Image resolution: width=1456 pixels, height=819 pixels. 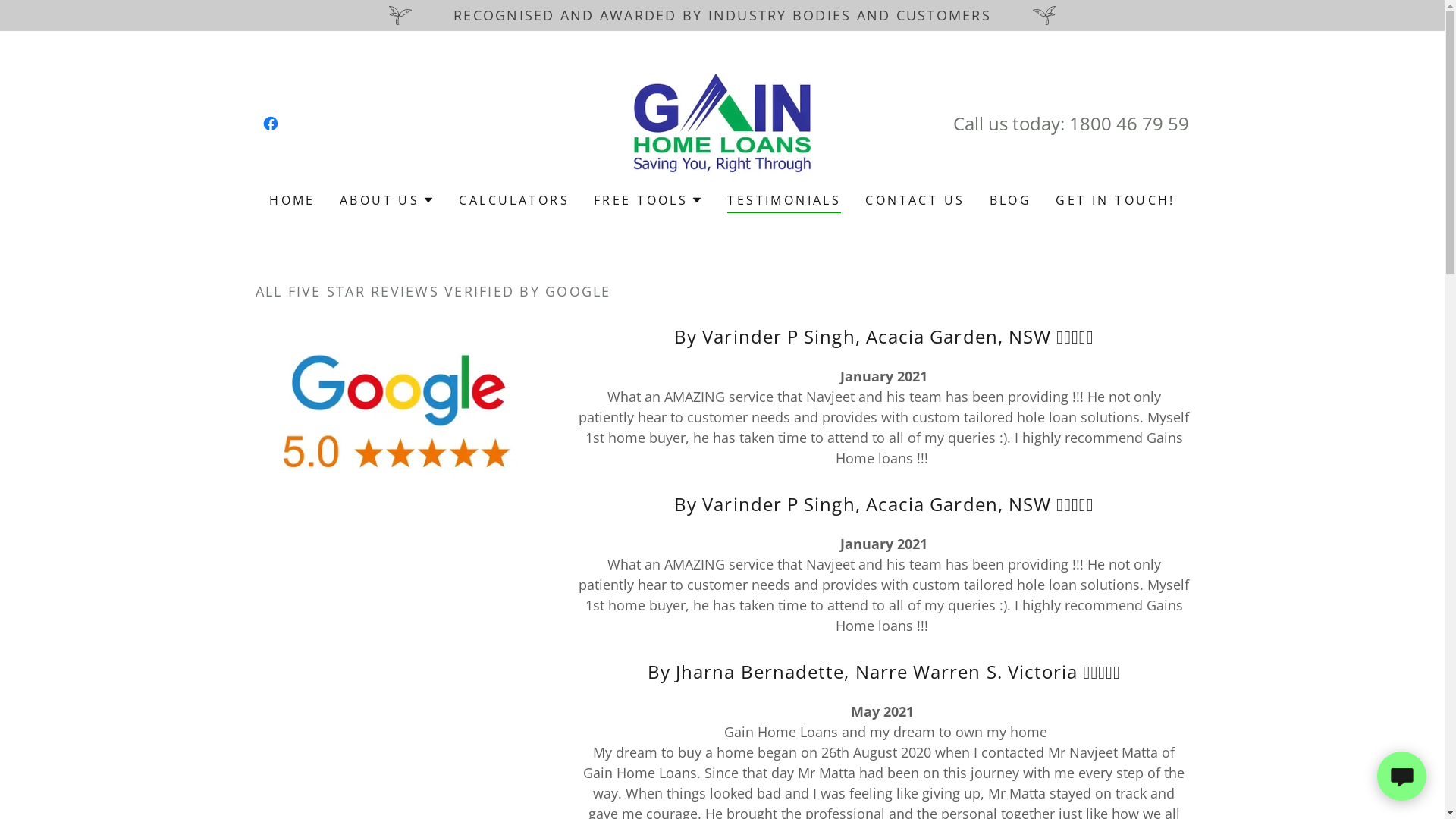 What do you see at coordinates (648, 199) in the screenshot?
I see `'FREE TOOLS'` at bounding box center [648, 199].